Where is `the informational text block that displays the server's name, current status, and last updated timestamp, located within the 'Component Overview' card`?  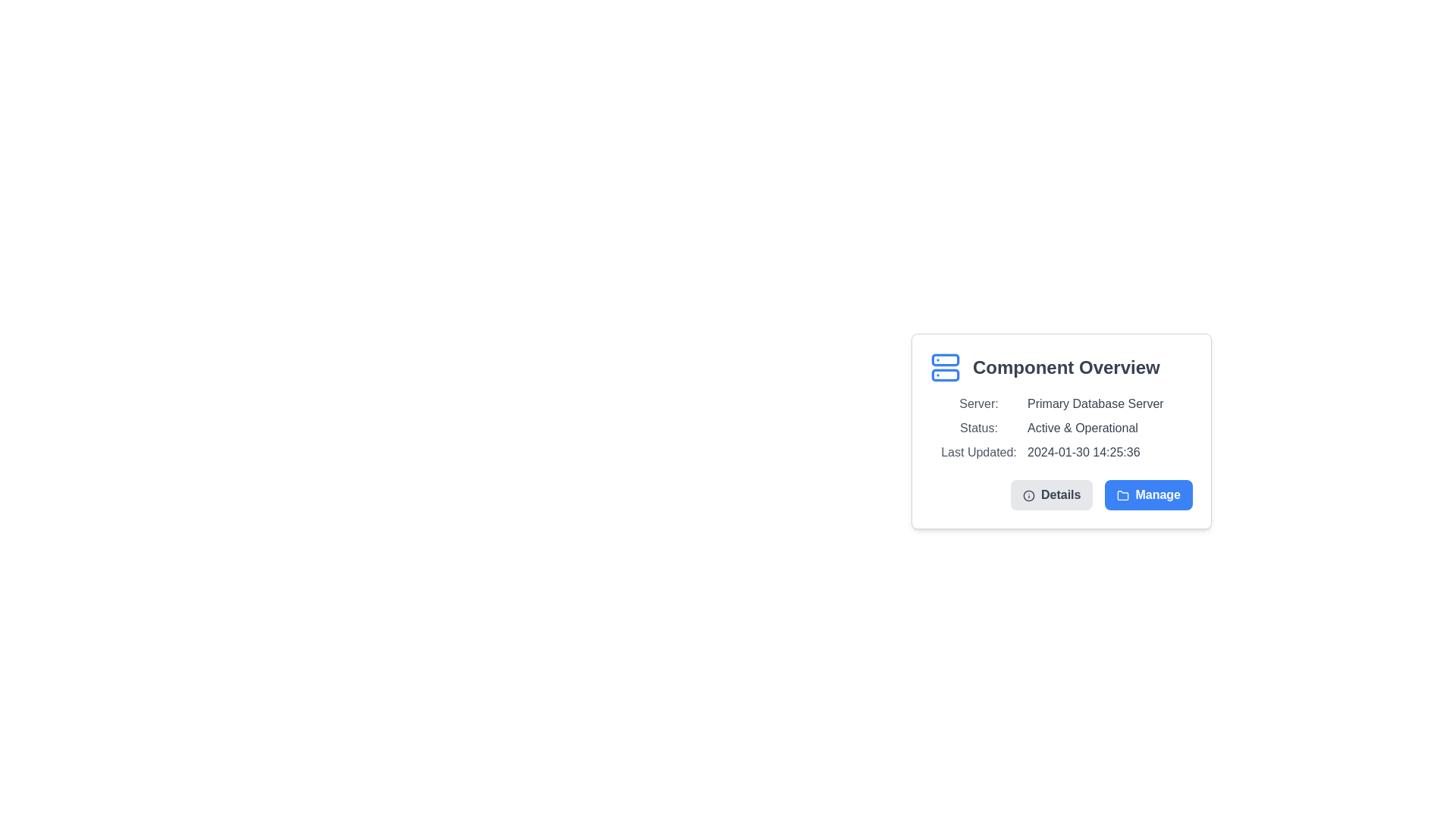
the informational text block that displays the server's name, current status, and last updated timestamp, located within the 'Component Overview' card is located at coordinates (1061, 428).